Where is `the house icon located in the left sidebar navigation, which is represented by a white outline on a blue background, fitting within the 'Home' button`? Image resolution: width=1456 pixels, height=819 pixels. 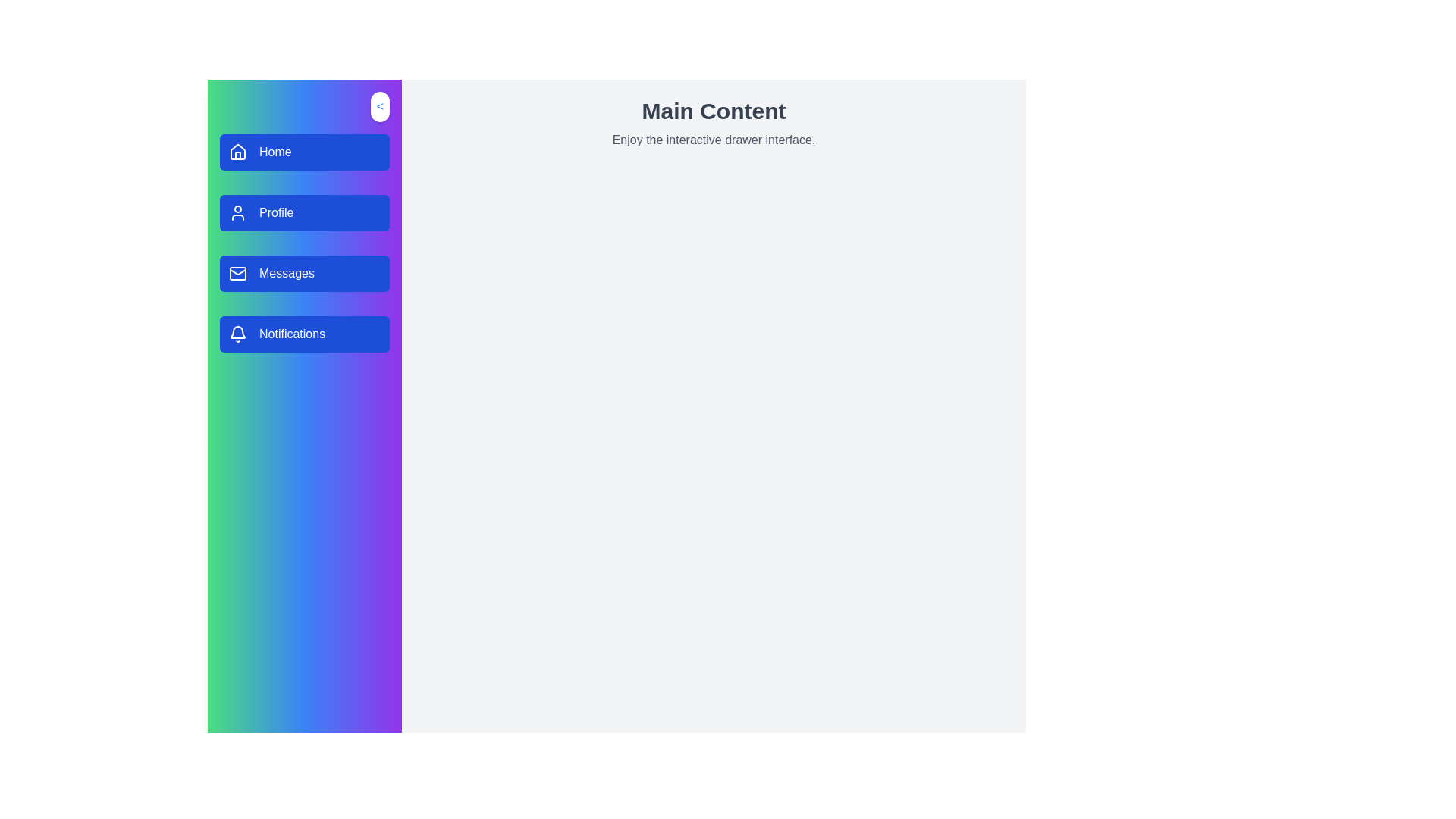 the house icon located in the left sidebar navigation, which is represented by a white outline on a blue background, fitting within the 'Home' button is located at coordinates (237, 152).